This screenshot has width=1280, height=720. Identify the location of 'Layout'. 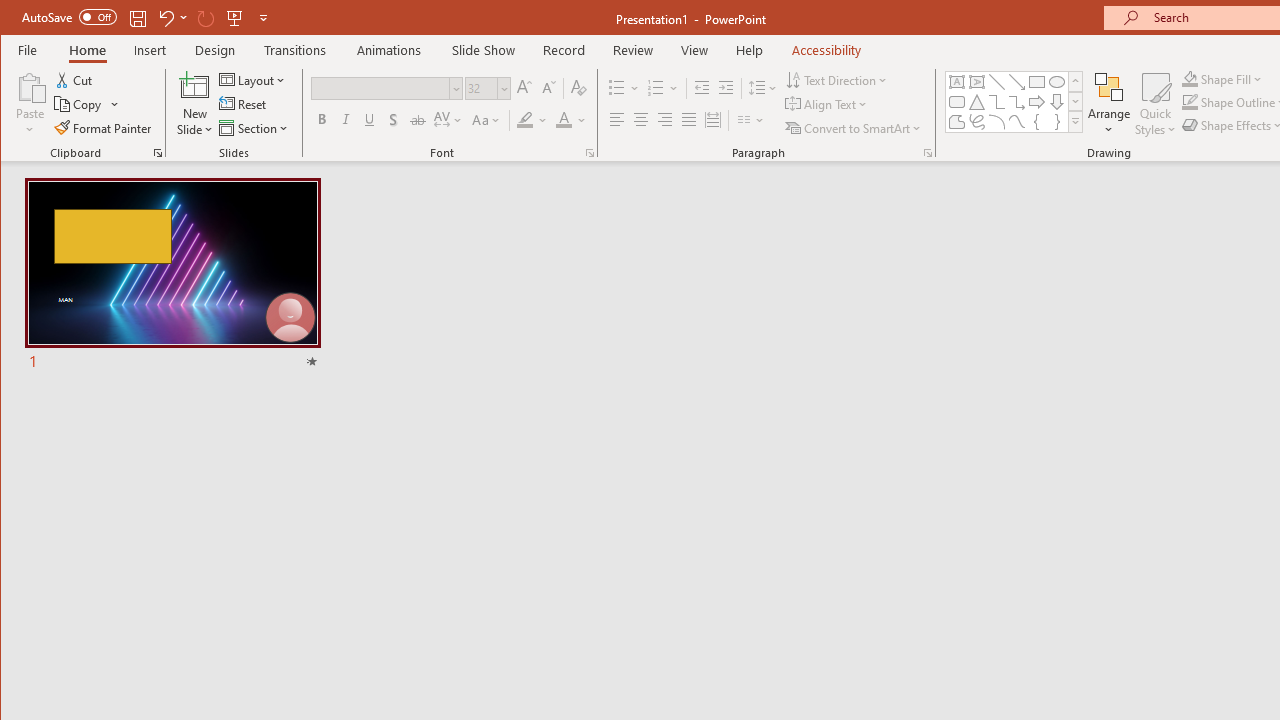
(253, 79).